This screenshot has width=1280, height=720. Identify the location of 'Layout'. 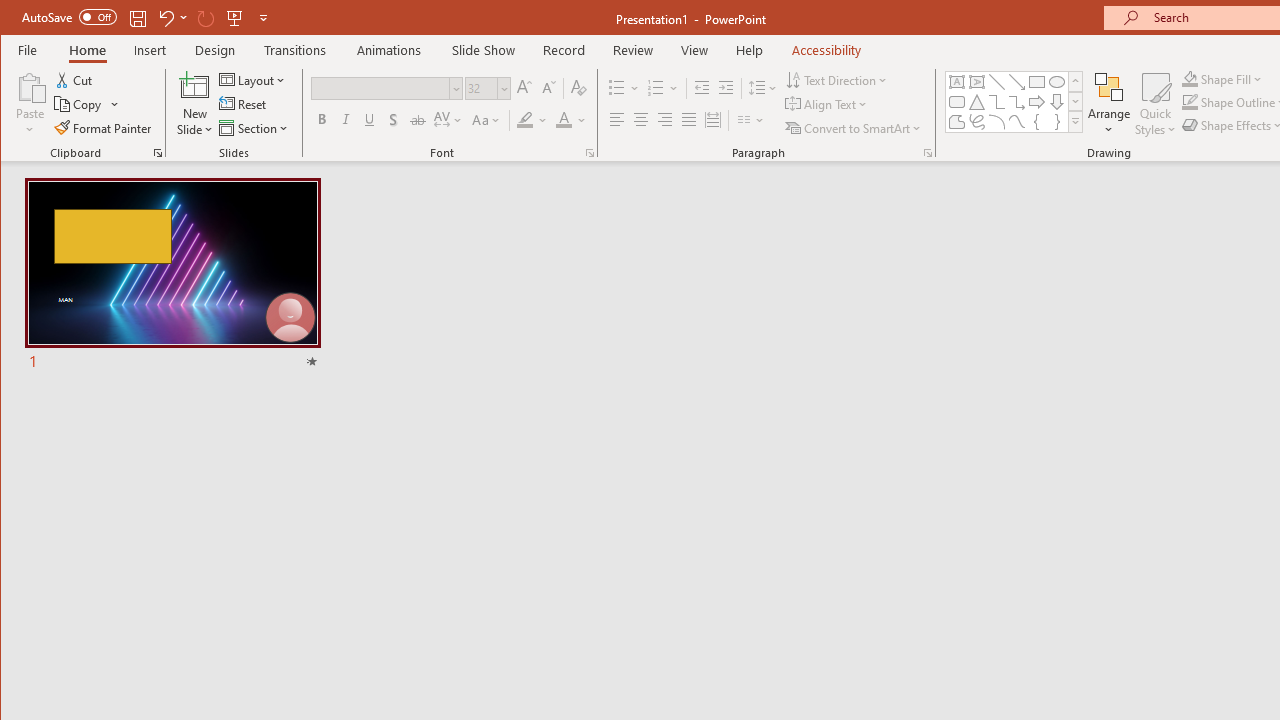
(253, 79).